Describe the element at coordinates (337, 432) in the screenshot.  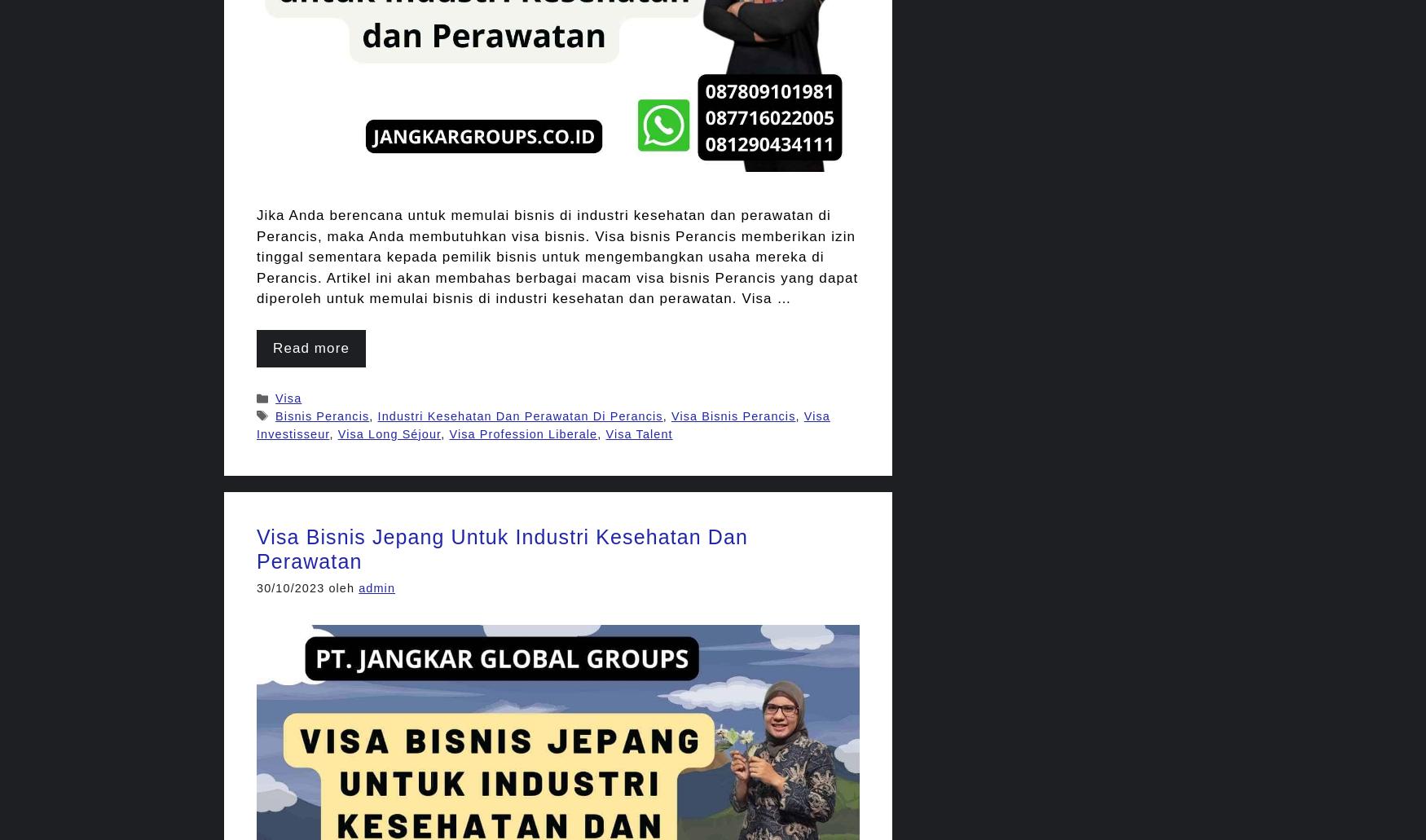
I see `'Visa Long Séjour'` at that location.